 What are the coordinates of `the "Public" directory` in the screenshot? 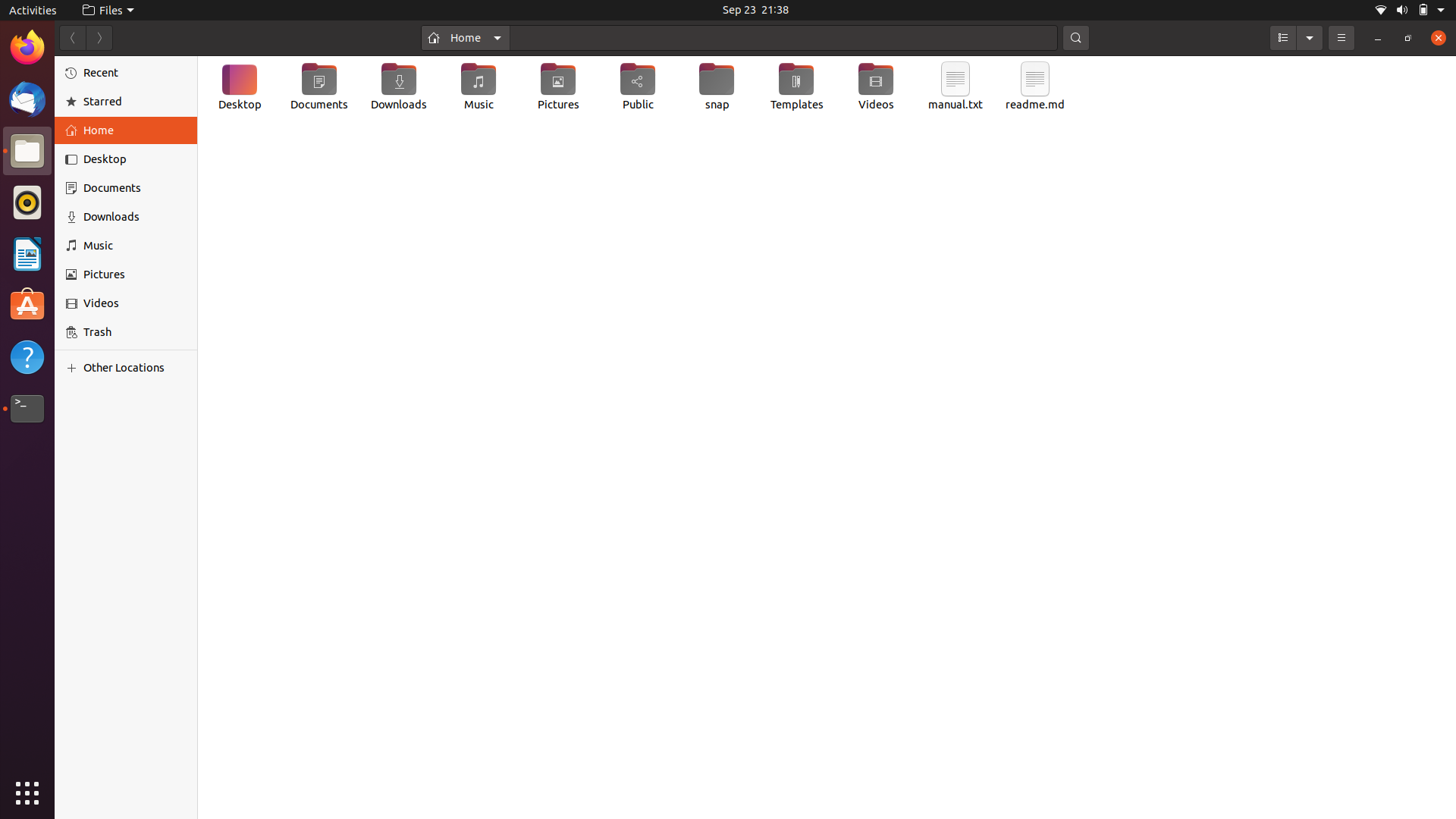 It's located at (639, 87).